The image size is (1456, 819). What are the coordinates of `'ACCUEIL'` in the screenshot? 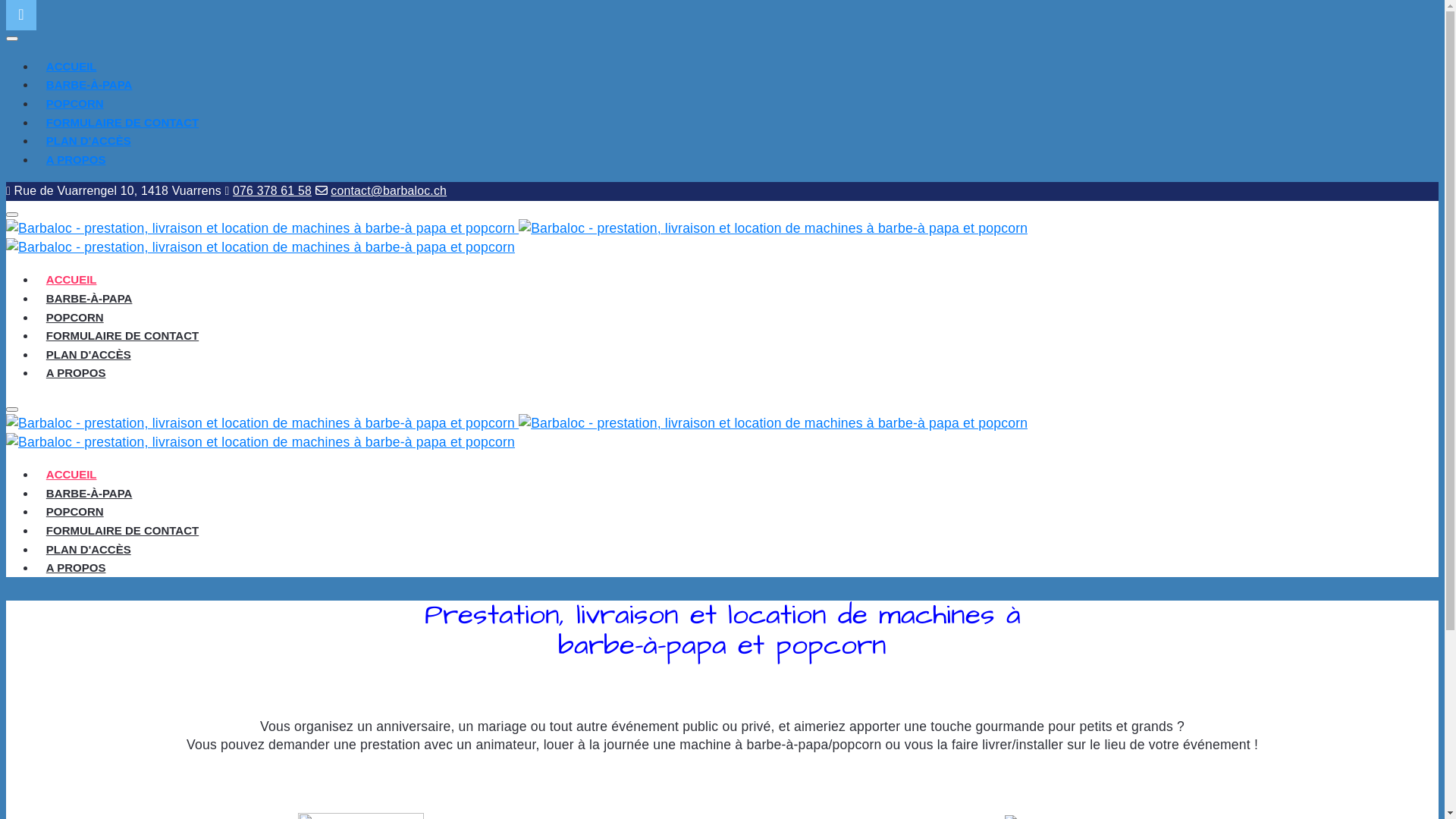 It's located at (36, 473).